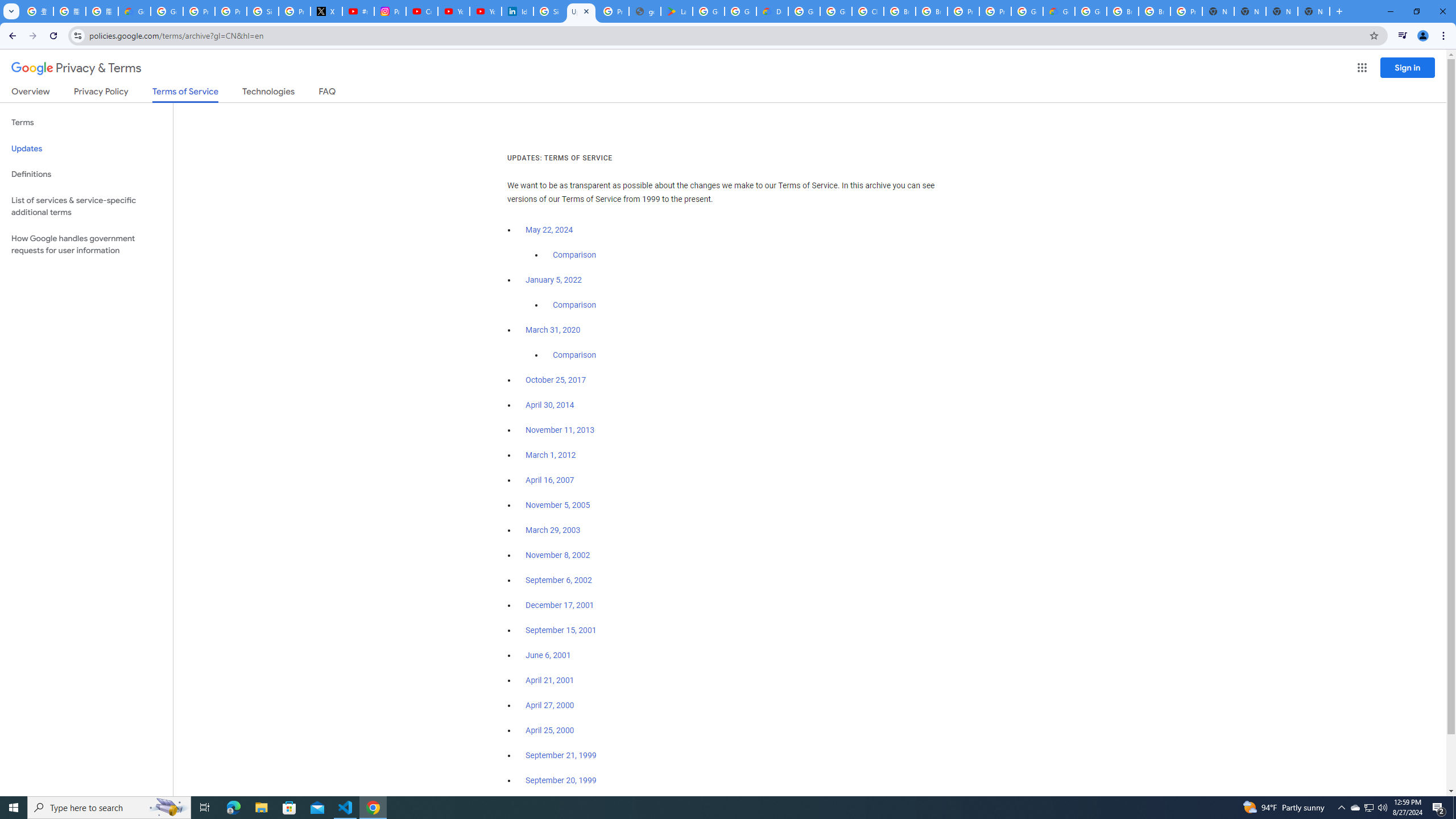  I want to click on 'Comparison', so click(573, 355).